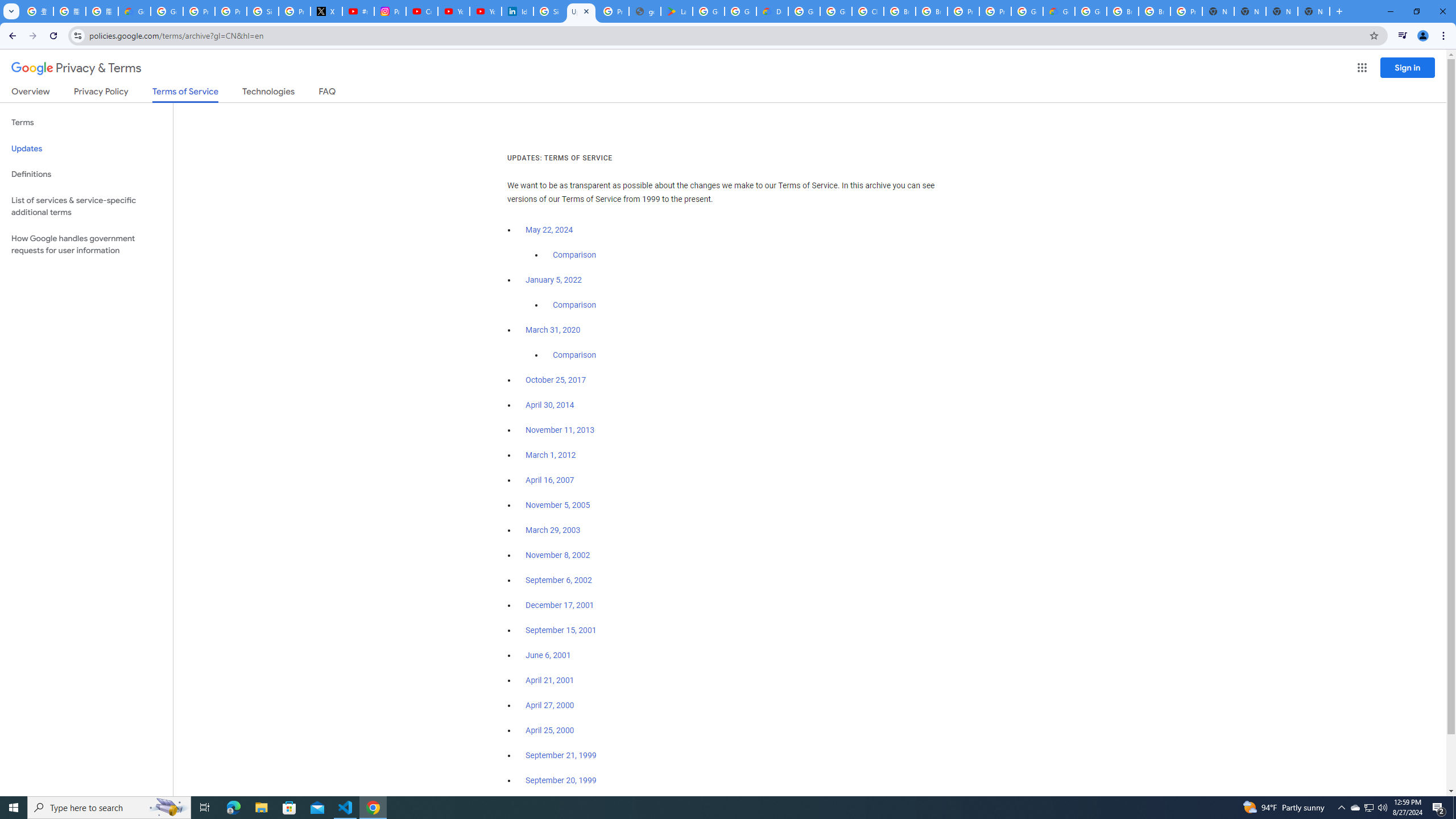  I want to click on 'Comparison', so click(573, 355).